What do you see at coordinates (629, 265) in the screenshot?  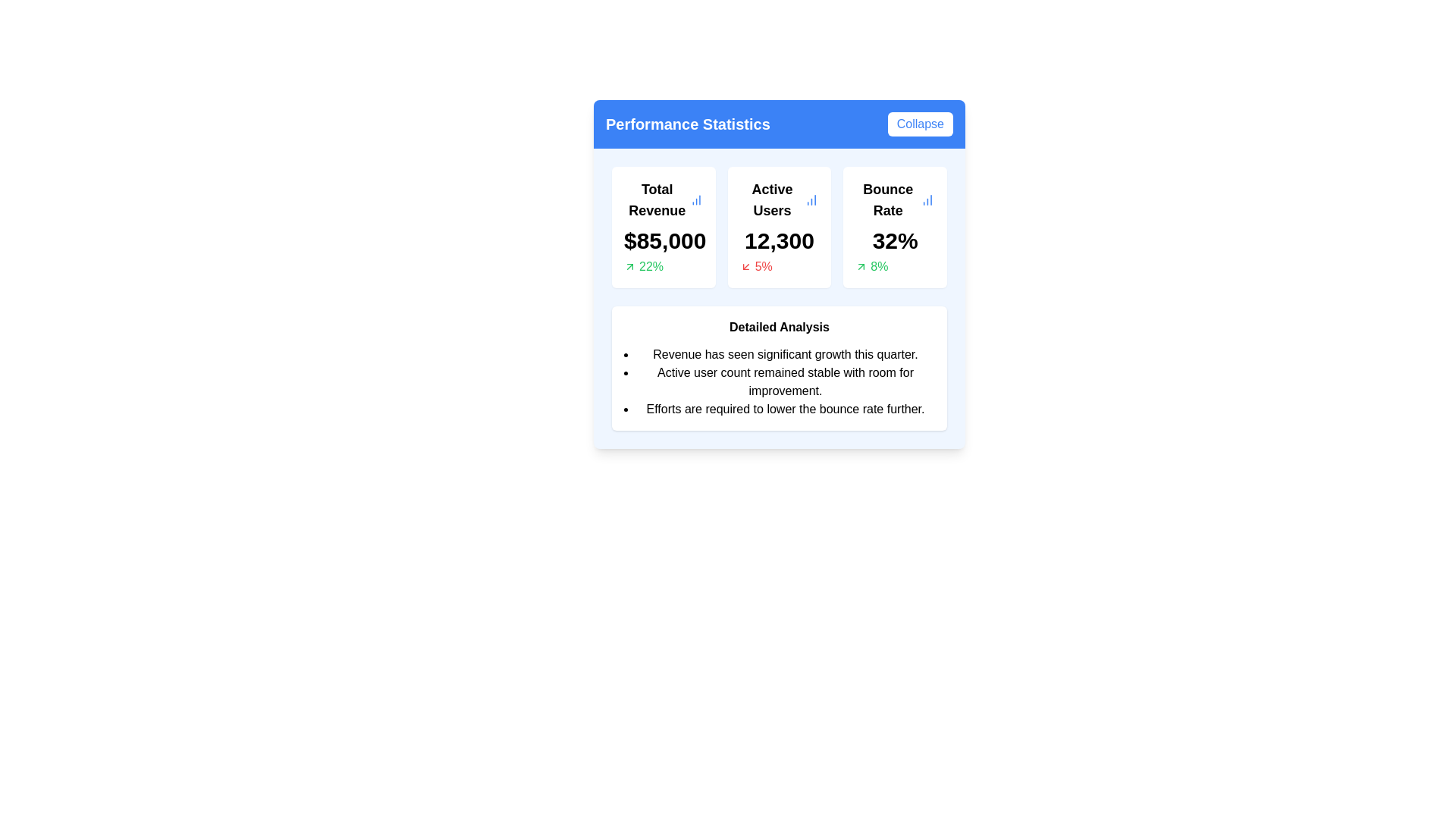 I see `properties of the upward-right arrow icon, which is styled in green and located to the left of the '22%' green text within the Total Revenue card` at bounding box center [629, 265].